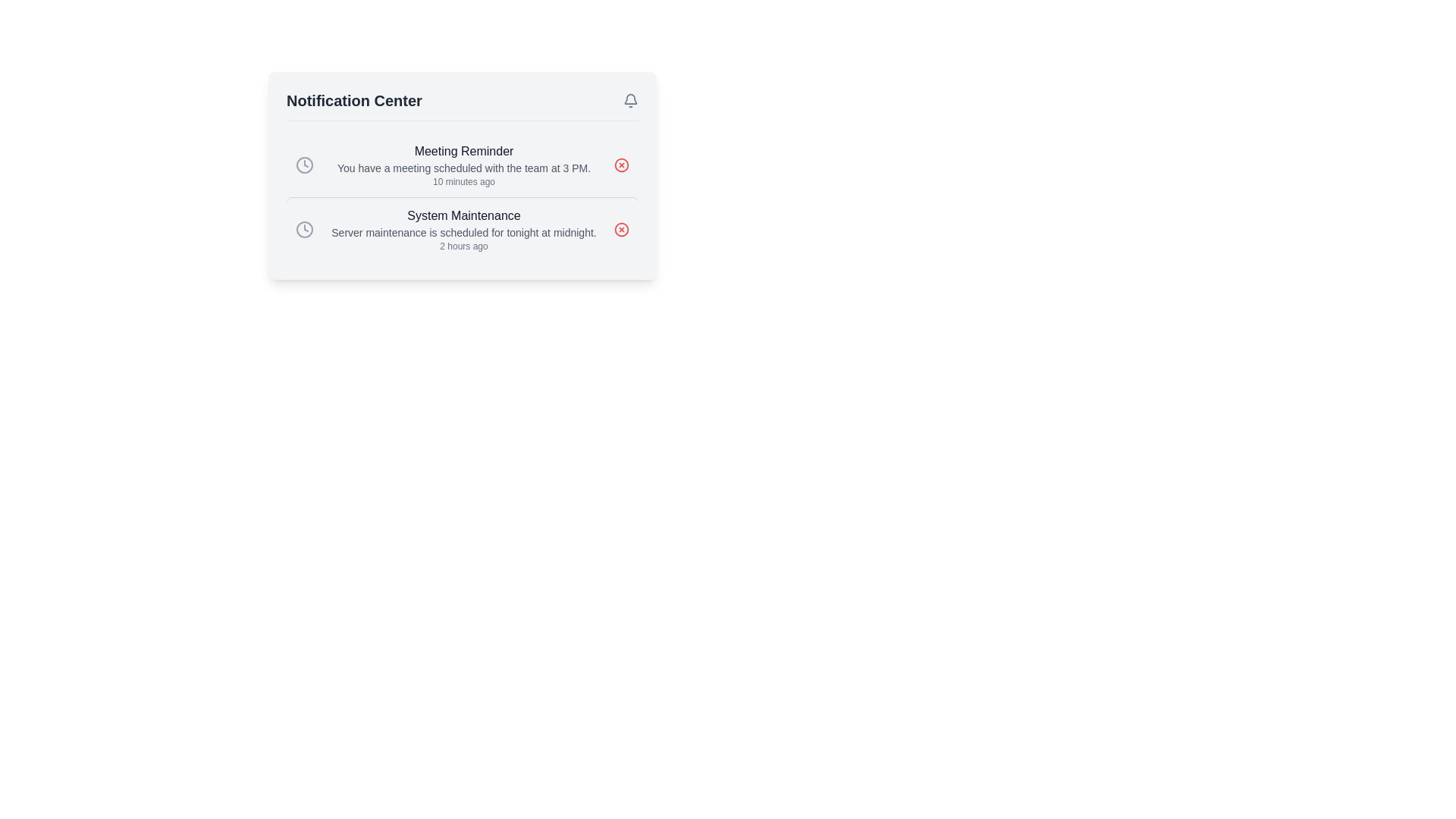  Describe the element at coordinates (463, 180) in the screenshot. I see `the static text element that displays the timestamp for the 'Meeting Reminder' notification, located below the main text about the scheduled meeting` at that location.